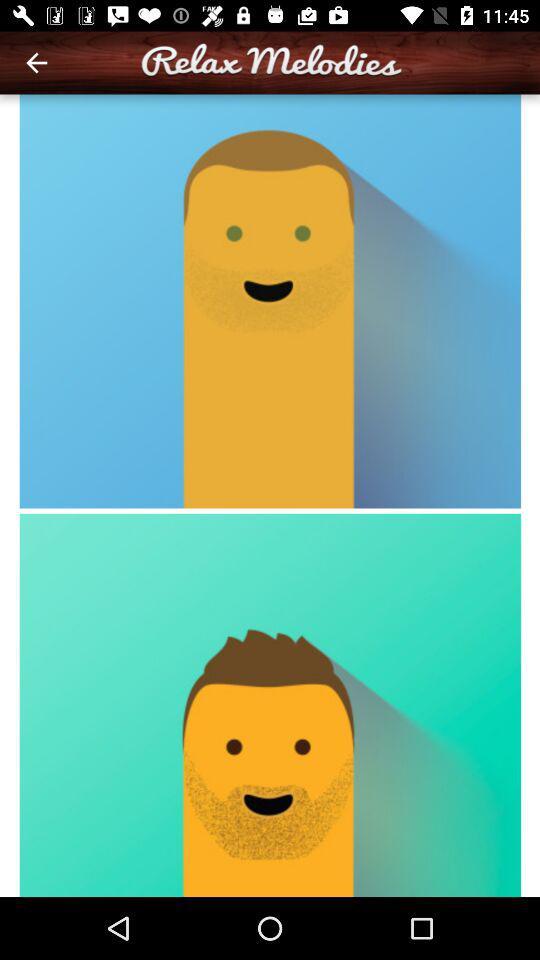 The width and height of the screenshot is (540, 960). What do you see at coordinates (270, 494) in the screenshot?
I see `song selection button` at bounding box center [270, 494].